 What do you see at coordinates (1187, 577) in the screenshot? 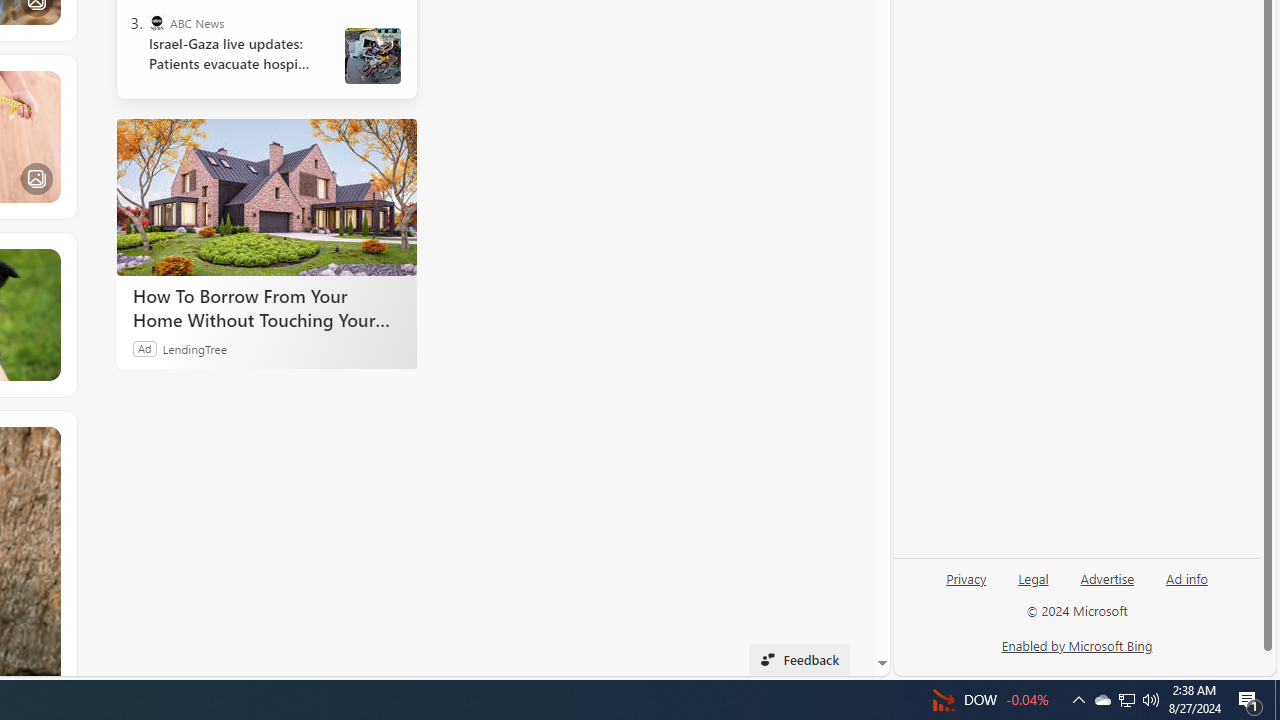
I see `'Ad info'` at bounding box center [1187, 577].